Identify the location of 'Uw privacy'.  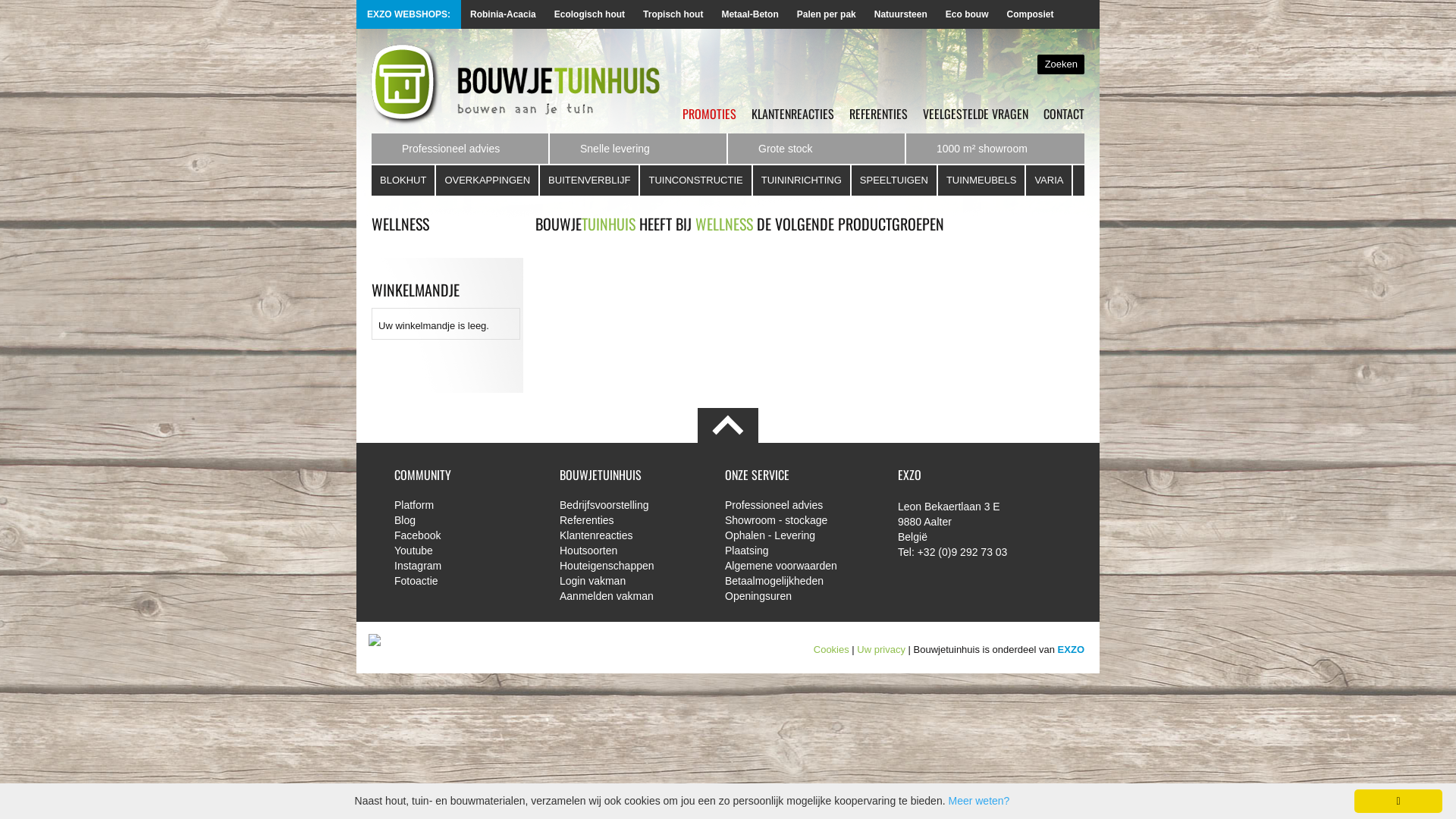
(880, 648).